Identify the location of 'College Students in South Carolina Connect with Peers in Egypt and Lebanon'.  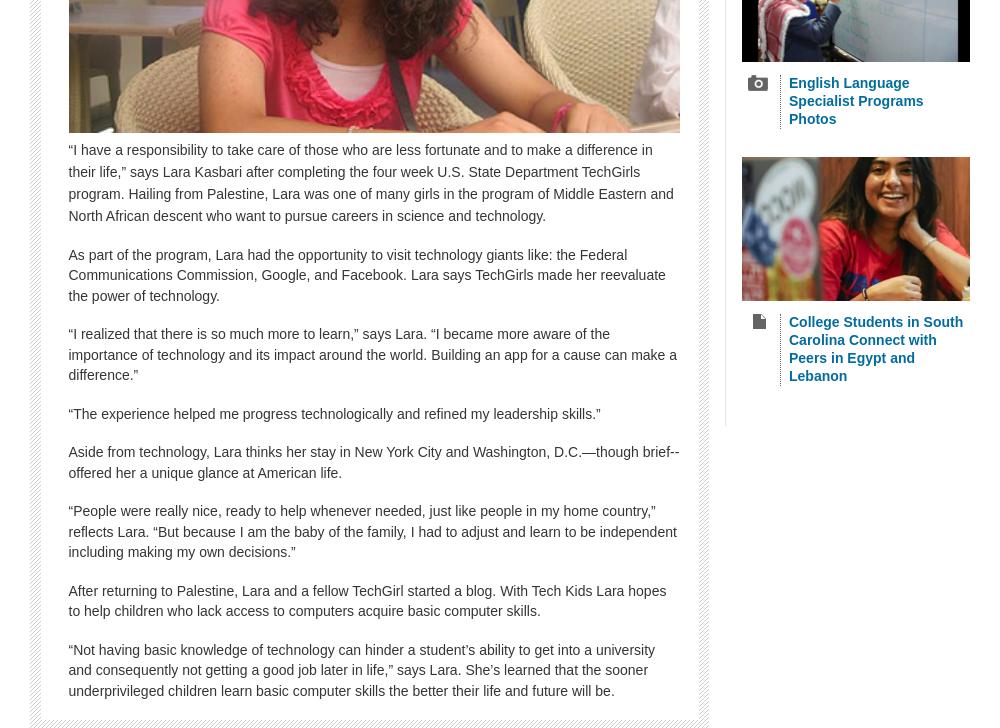
(876, 347).